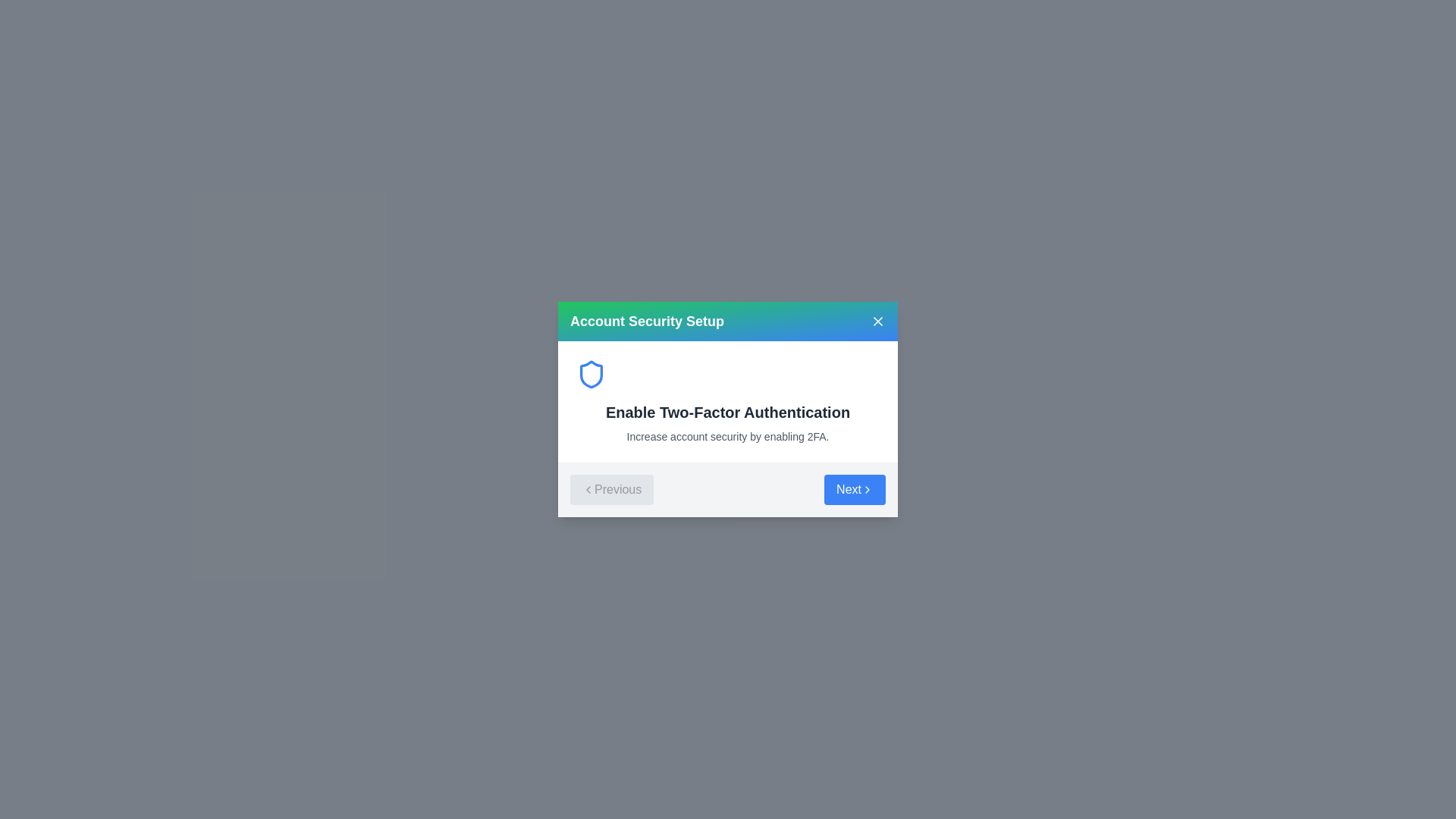 The height and width of the screenshot is (819, 1456). What do you see at coordinates (590, 374) in the screenshot?
I see `the decorative security icon positioned in the upper left region of the 'Account Security Setup' dialog box, which is slightly left of the 'Enable Two-Factor Authentication' text` at bounding box center [590, 374].